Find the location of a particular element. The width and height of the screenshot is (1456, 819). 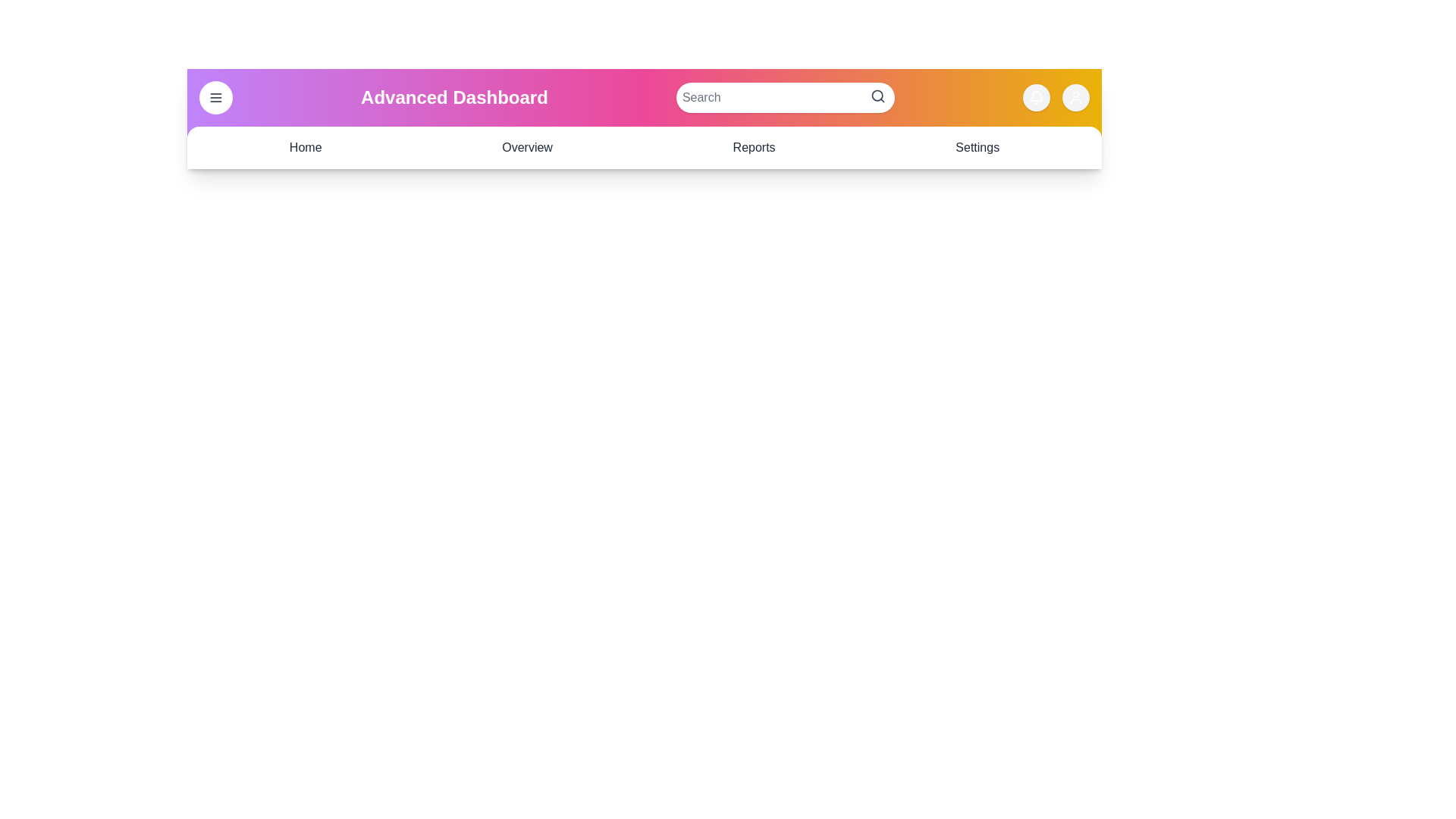

menu button to toggle the menu is located at coordinates (215, 97).